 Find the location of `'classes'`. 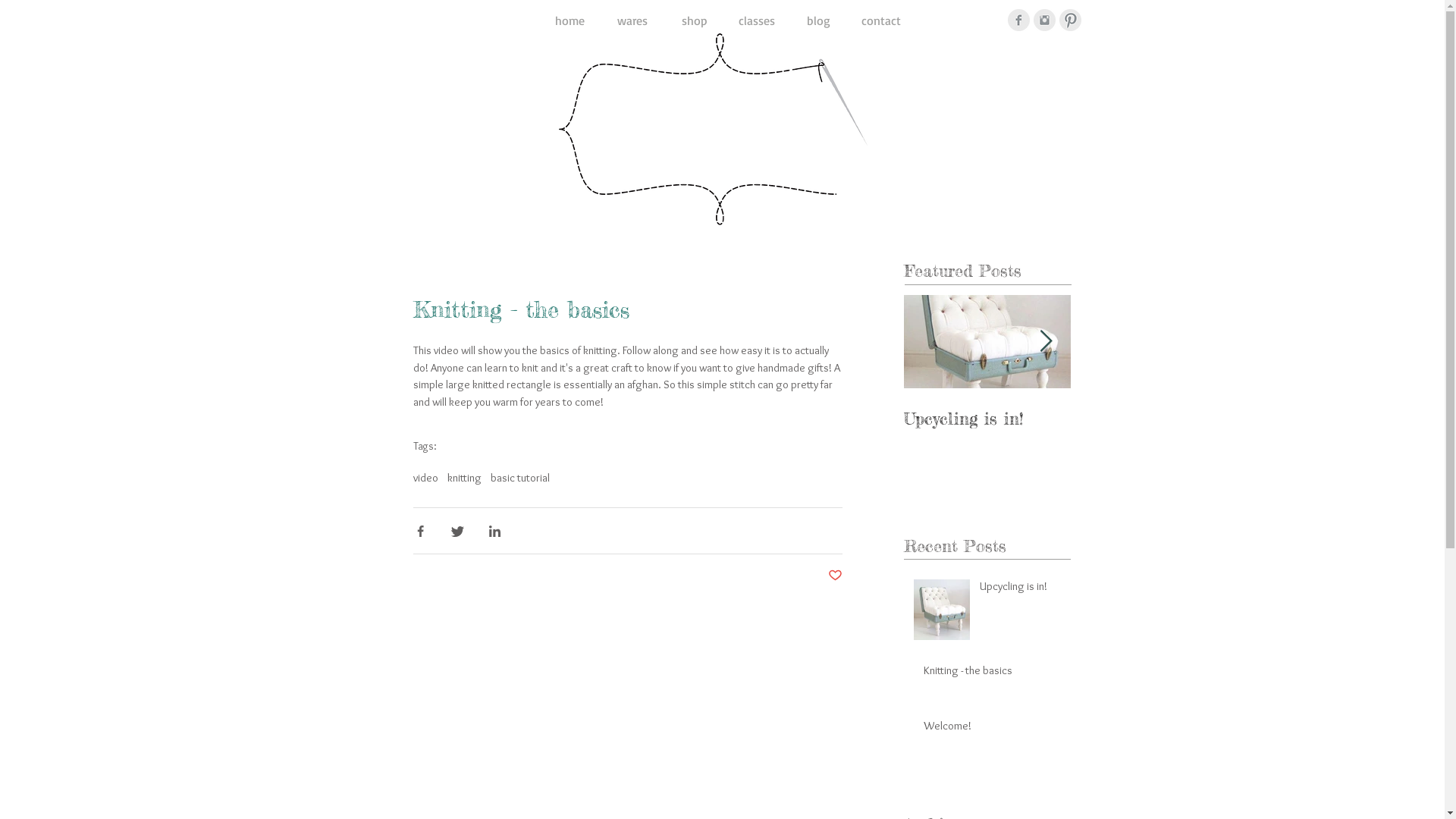

'classes' is located at coordinates (756, 20).